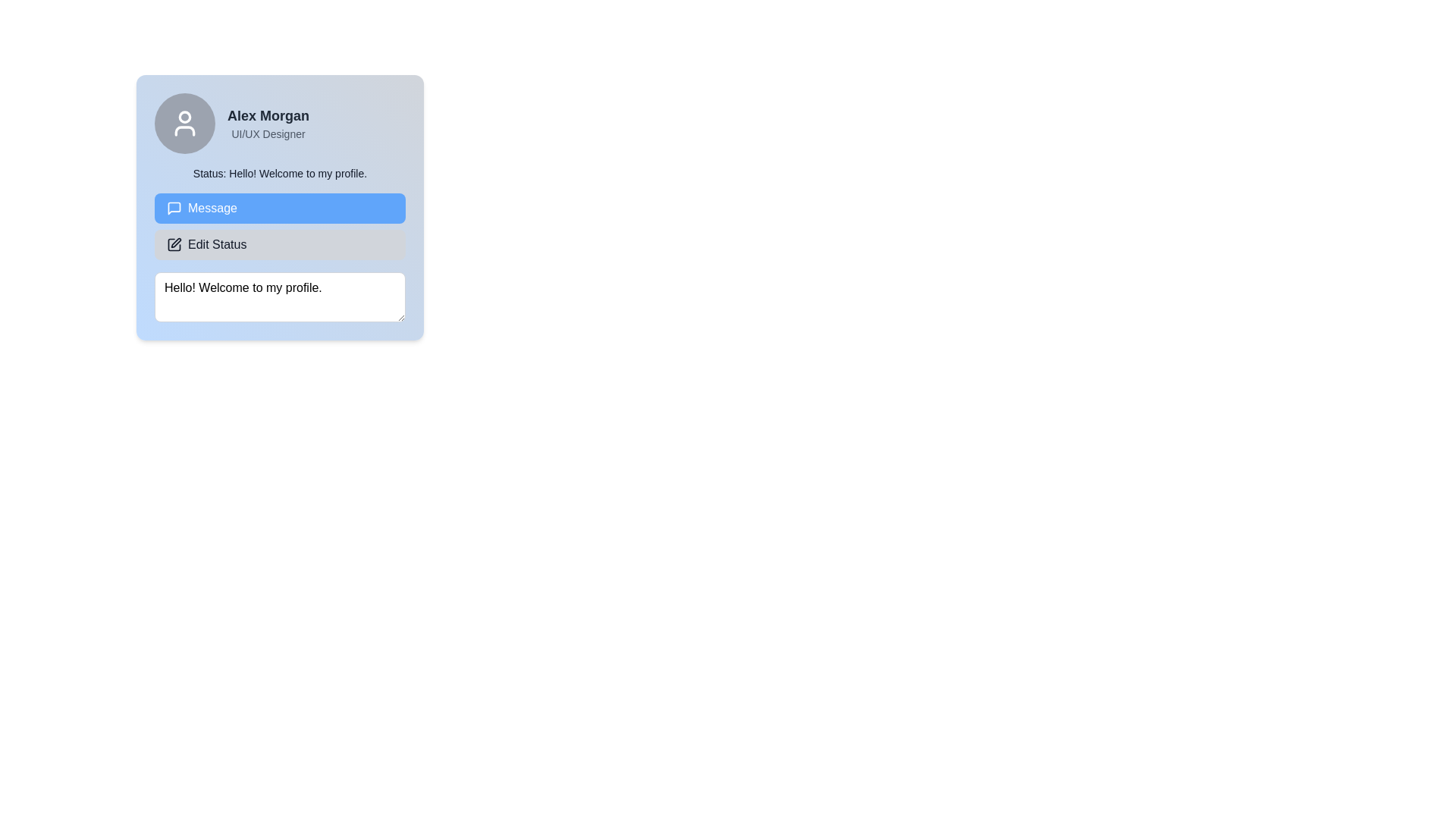 This screenshot has width=1456, height=819. I want to click on the graphical vector icon component that completes the user profile icon, located at the lower section directly below the head icon, so click(184, 130).